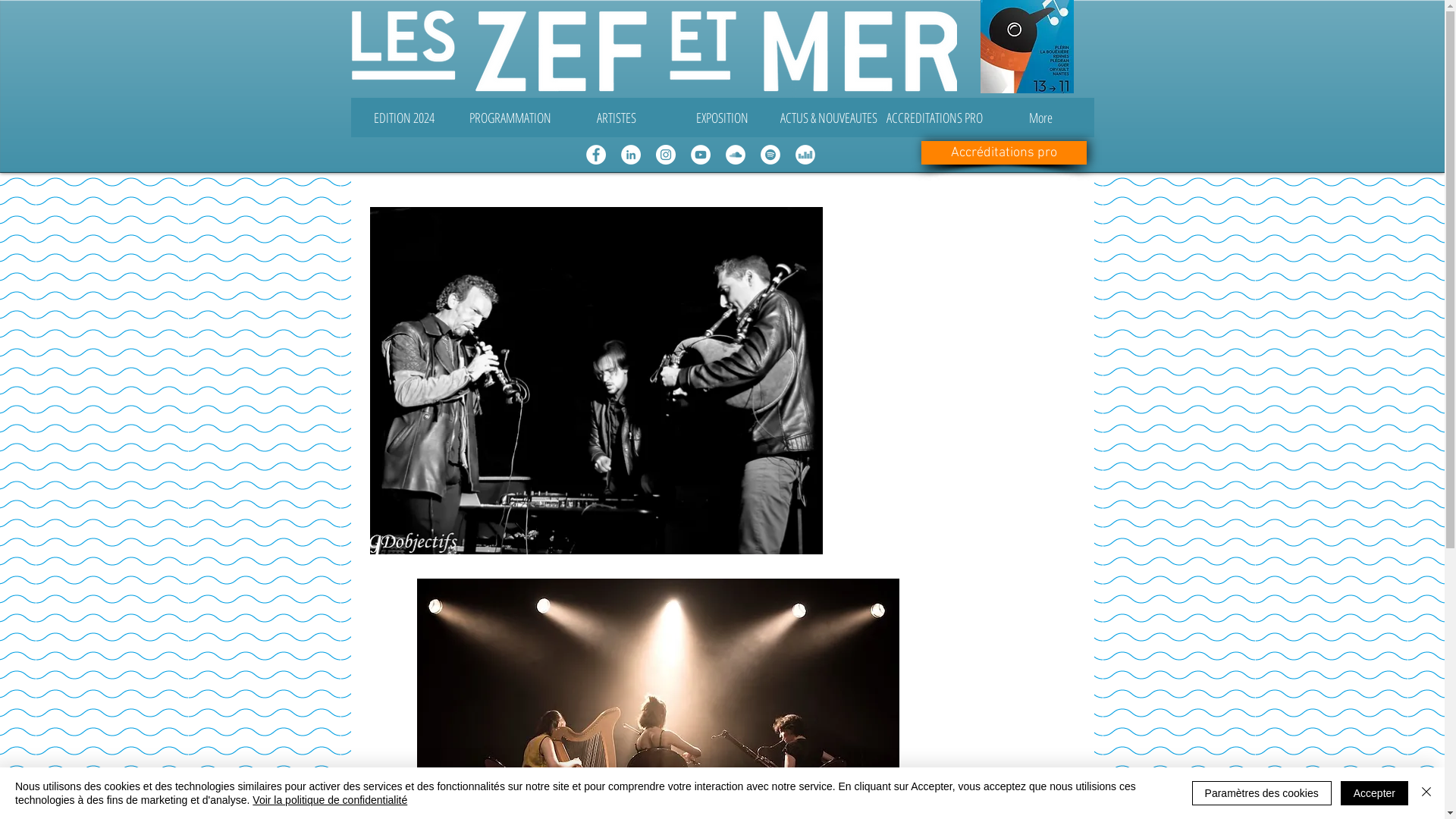 The image size is (1456, 819). What do you see at coordinates (1374, 792) in the screenshot?
I see `'Accepter'` at bounding box center [1374, 792].